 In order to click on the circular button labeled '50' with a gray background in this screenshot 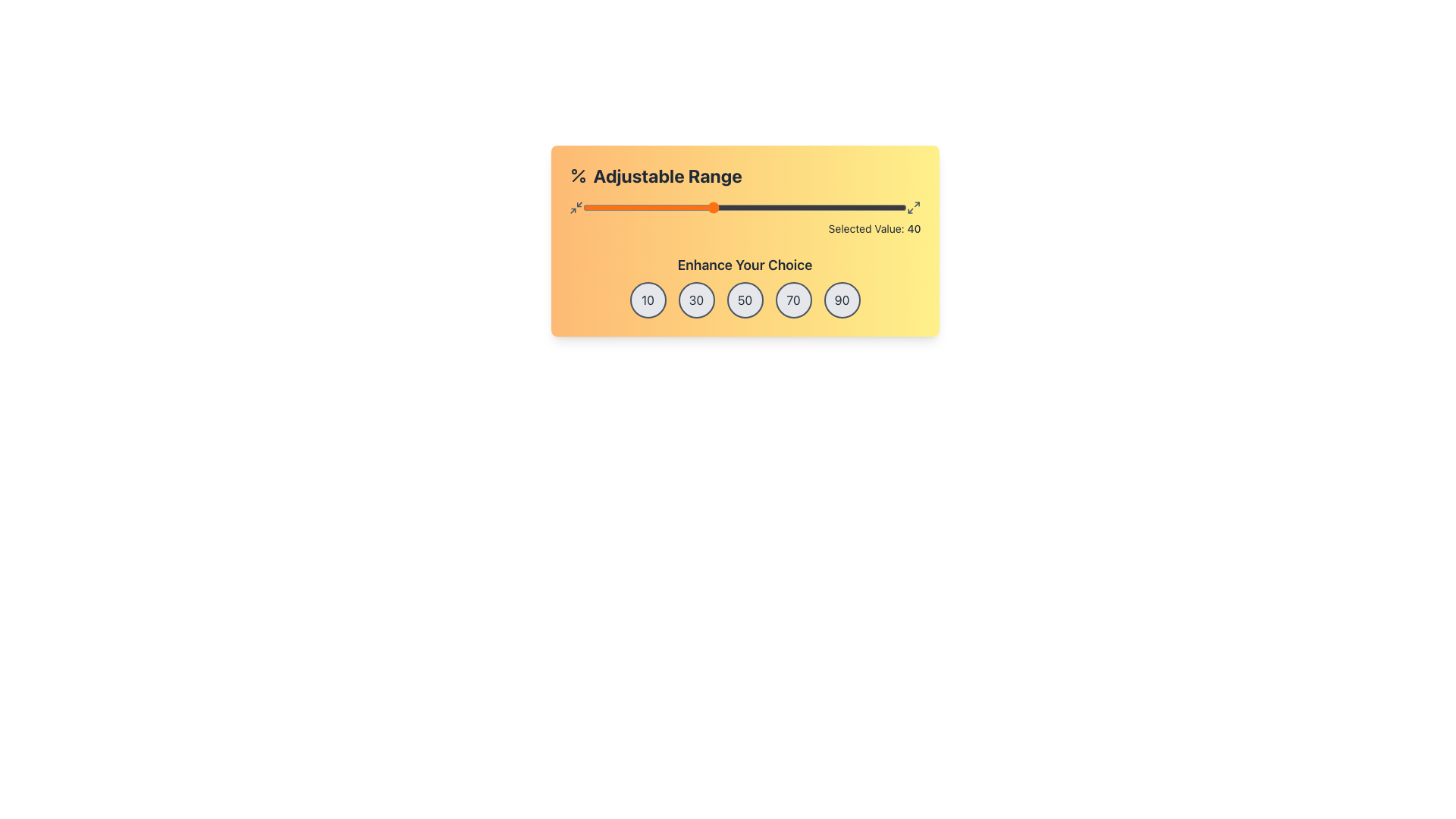, I will do `click(745, 300)`.